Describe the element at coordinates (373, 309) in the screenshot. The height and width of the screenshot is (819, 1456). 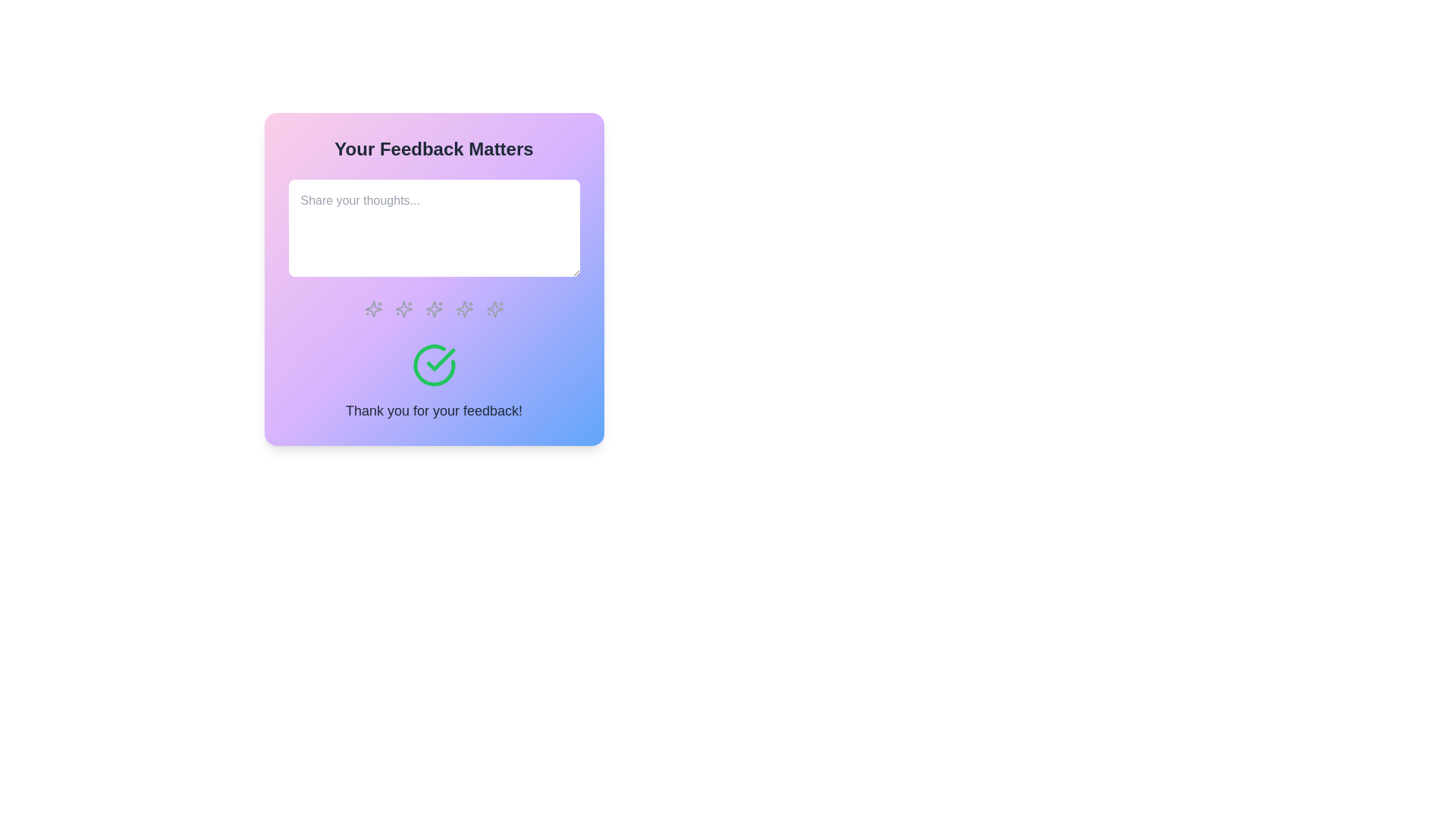
I see `the first star-shaped Rating Button, which is gray and positioned at the leftmost side of a horizontal row of similar icons, located directly below the feedback input box` at that location.